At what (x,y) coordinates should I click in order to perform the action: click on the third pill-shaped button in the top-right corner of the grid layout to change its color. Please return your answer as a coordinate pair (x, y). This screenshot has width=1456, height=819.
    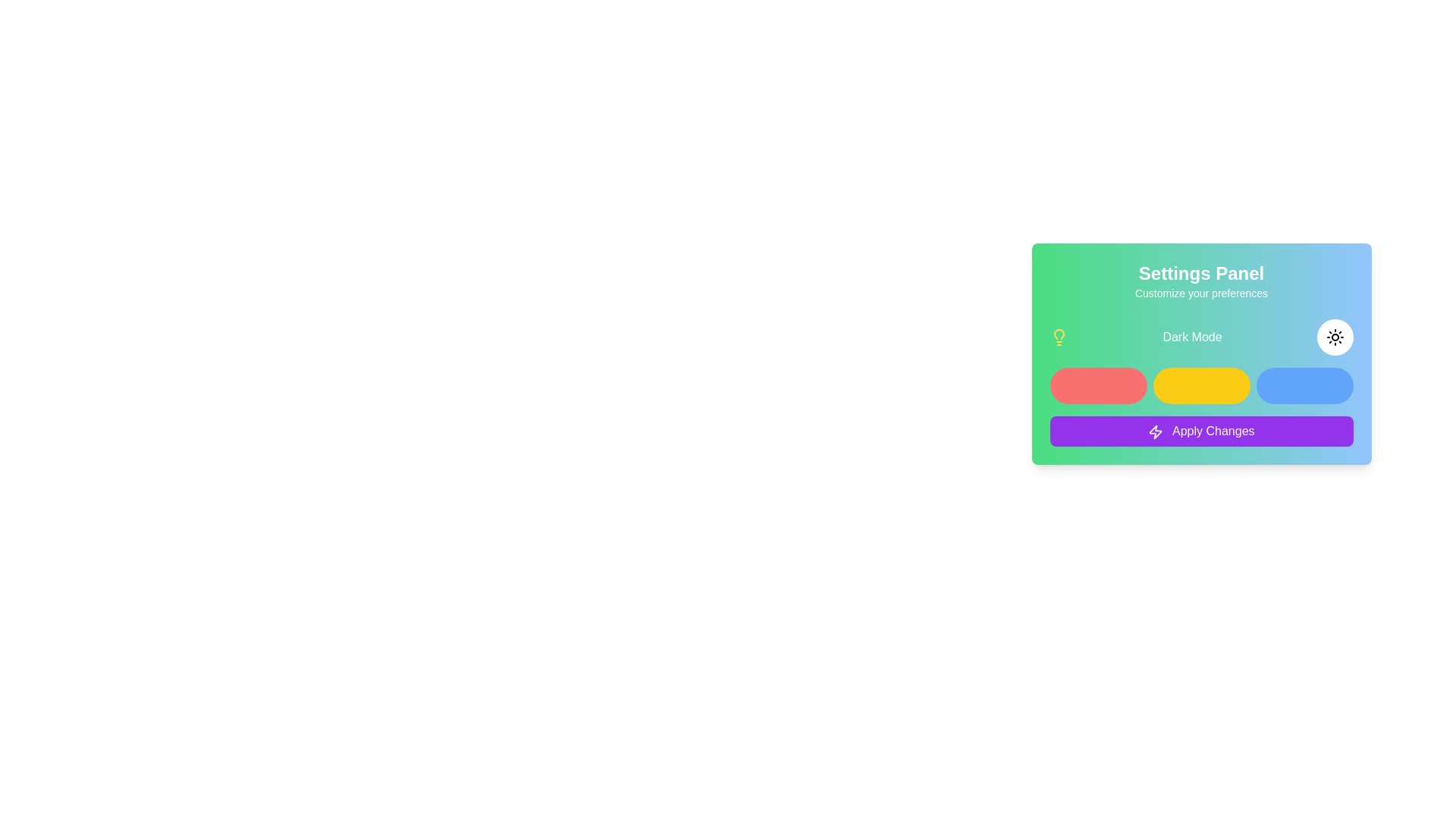
    Looking at the image, I should click on (1304, 385).